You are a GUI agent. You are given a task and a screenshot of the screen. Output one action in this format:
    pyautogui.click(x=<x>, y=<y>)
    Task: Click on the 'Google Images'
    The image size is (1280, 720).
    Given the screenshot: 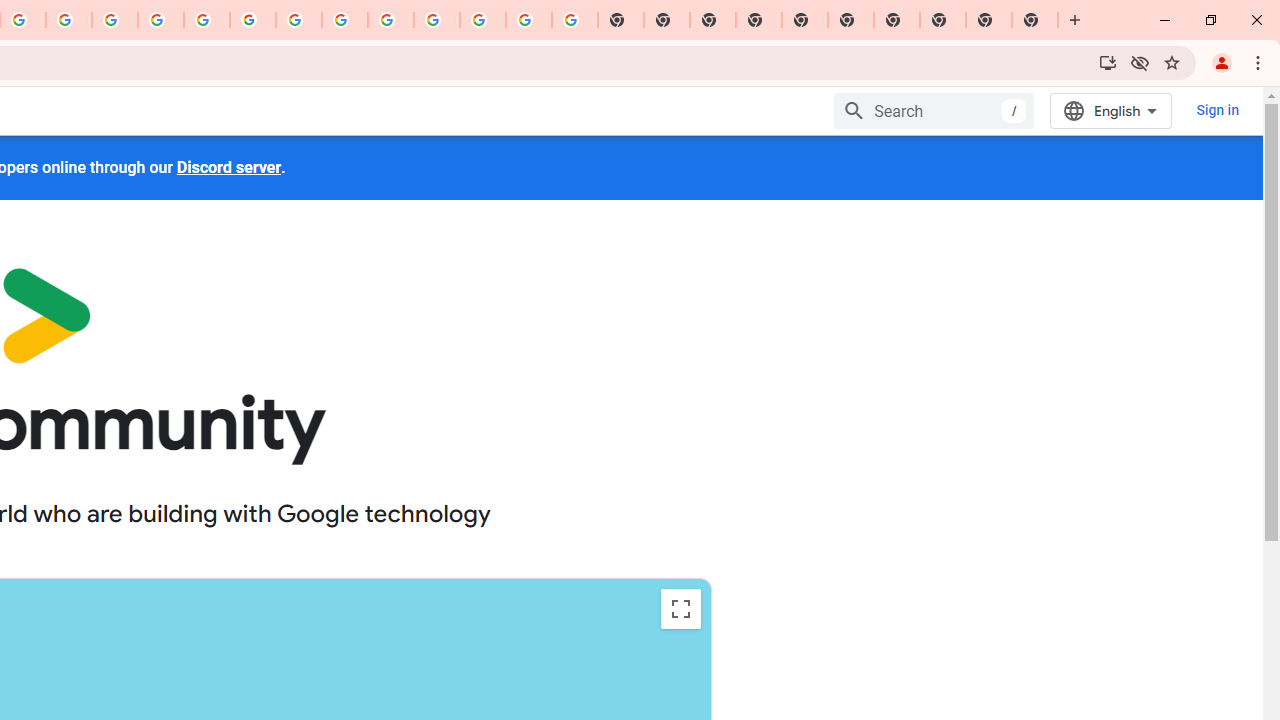 What is the action you would take?
    pyautogui.click(x=573, y=20)
    